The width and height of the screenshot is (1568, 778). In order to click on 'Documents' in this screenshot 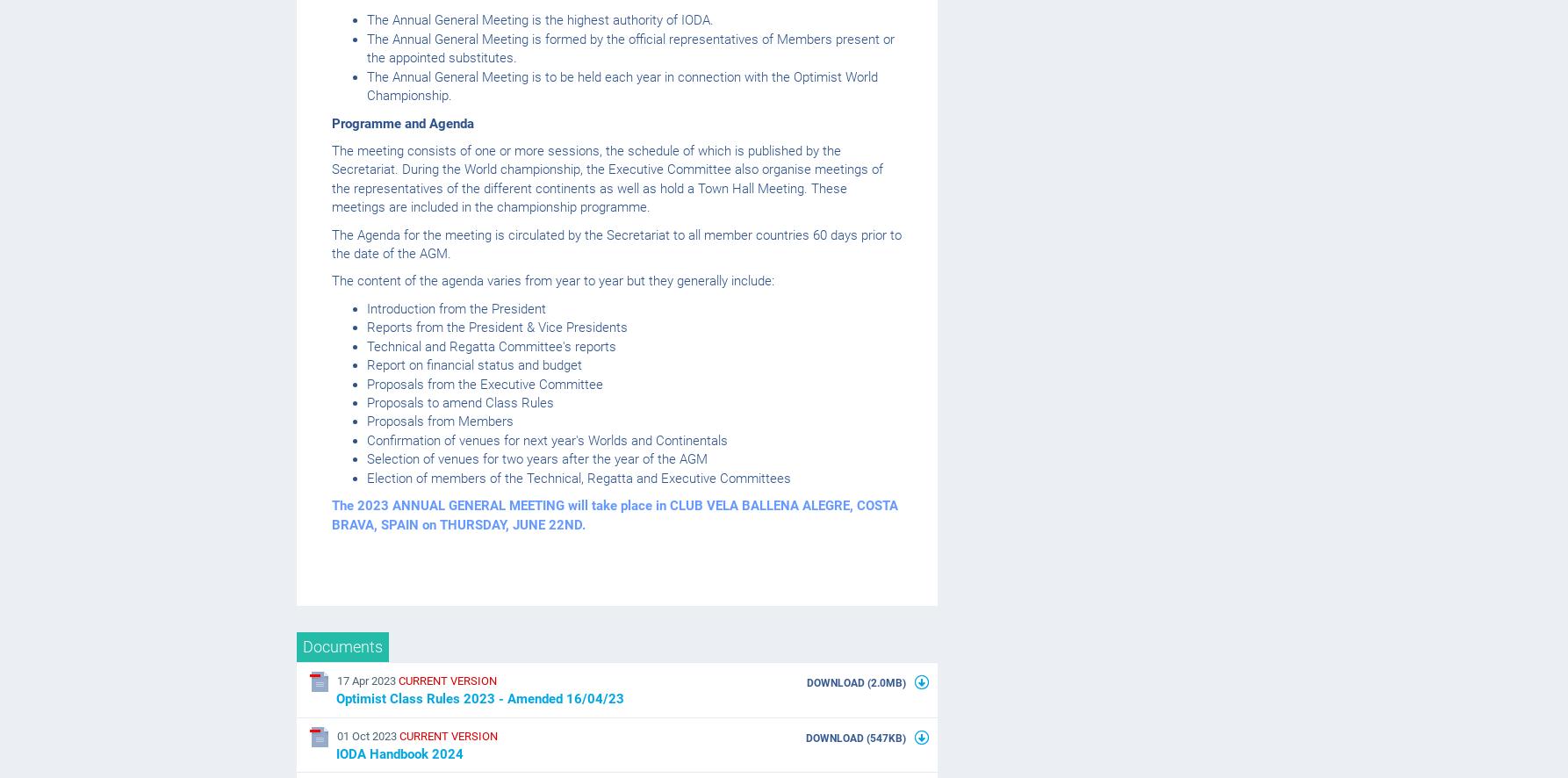, I will do `click(303, 646)`.